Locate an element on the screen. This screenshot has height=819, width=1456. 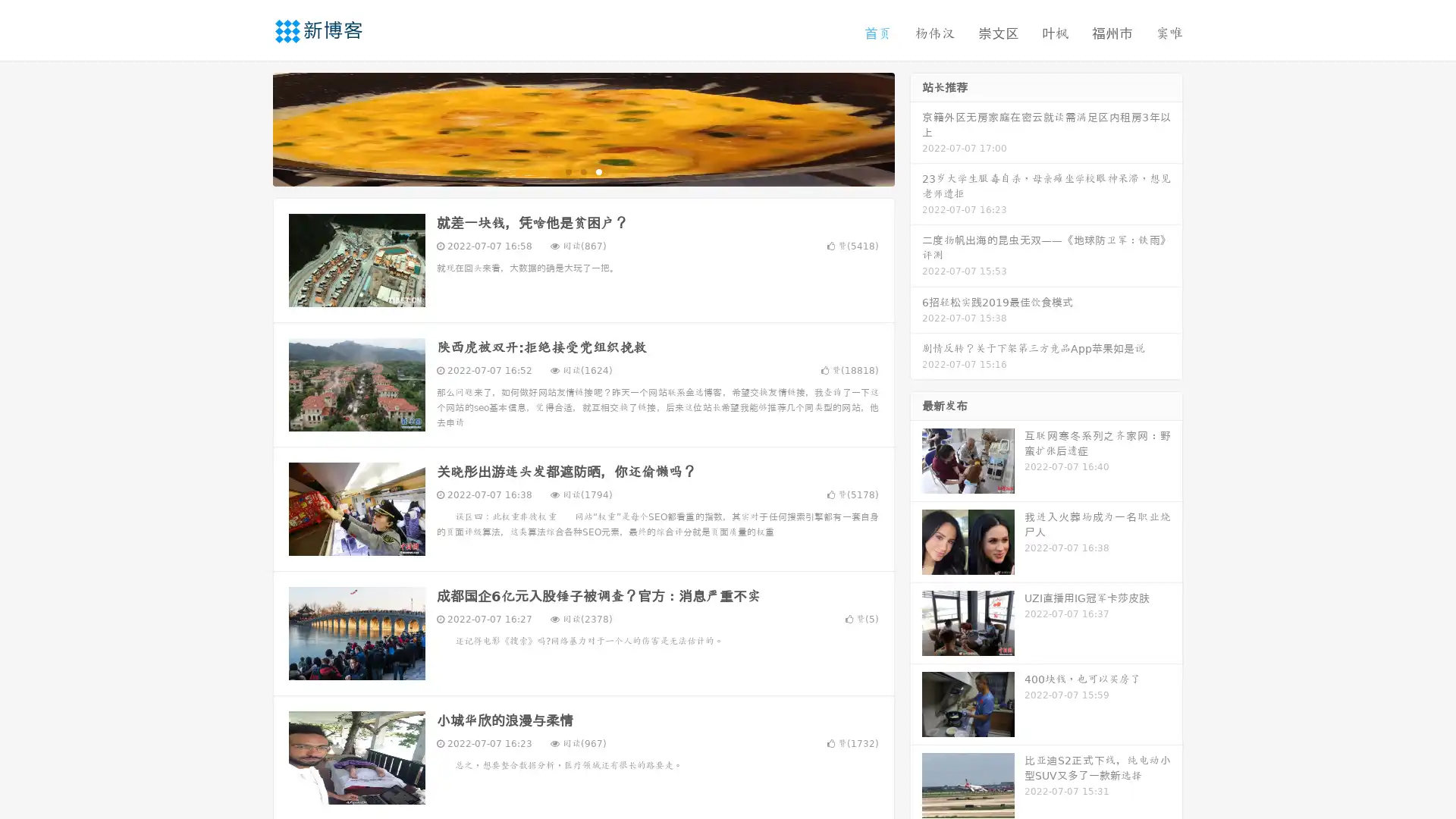
Go to slide 1 is located at coordinates (567, 171).